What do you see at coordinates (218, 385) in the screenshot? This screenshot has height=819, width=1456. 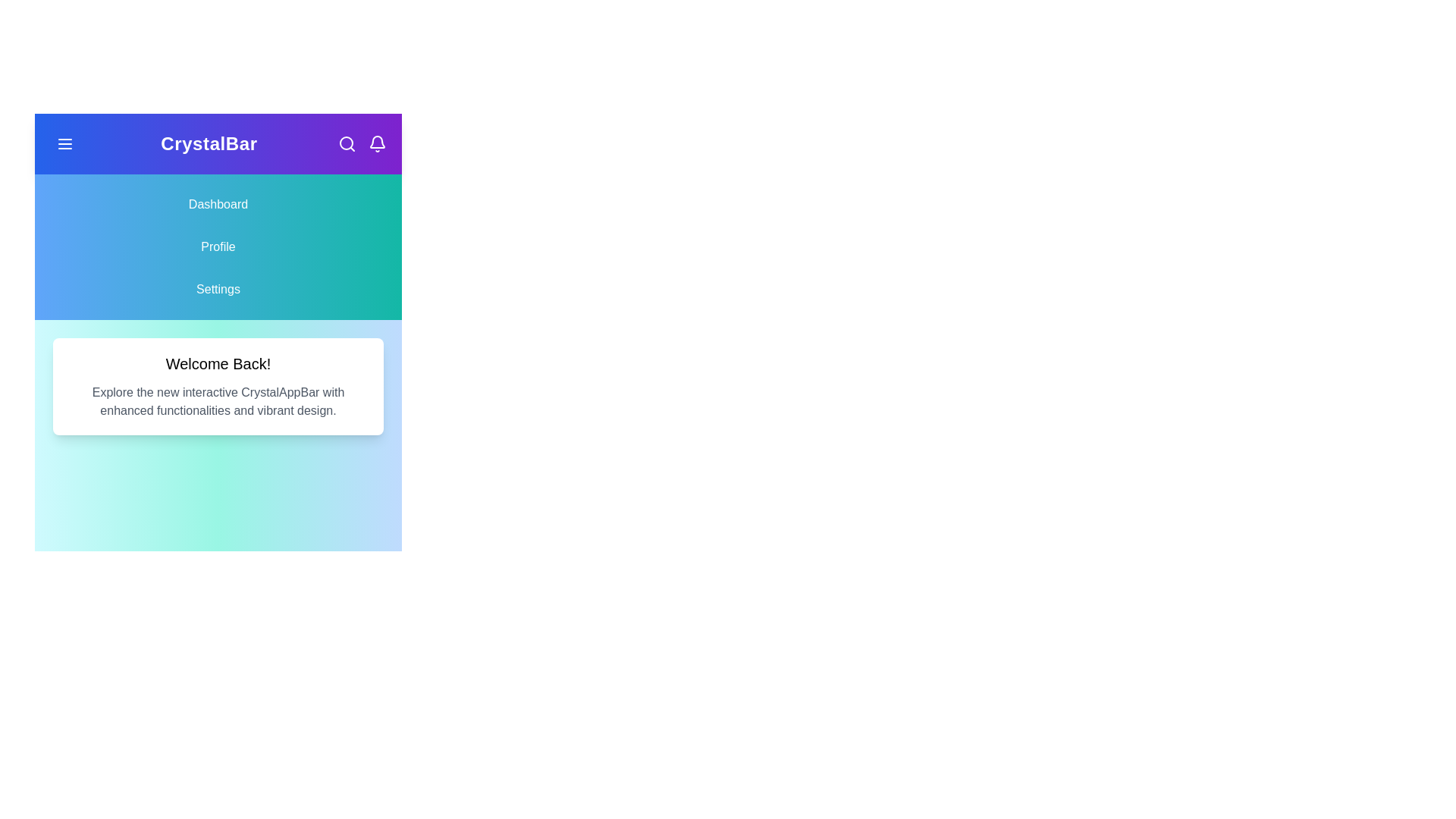 I see `the welcome message to interact with it` at bounding box center [218, 385].